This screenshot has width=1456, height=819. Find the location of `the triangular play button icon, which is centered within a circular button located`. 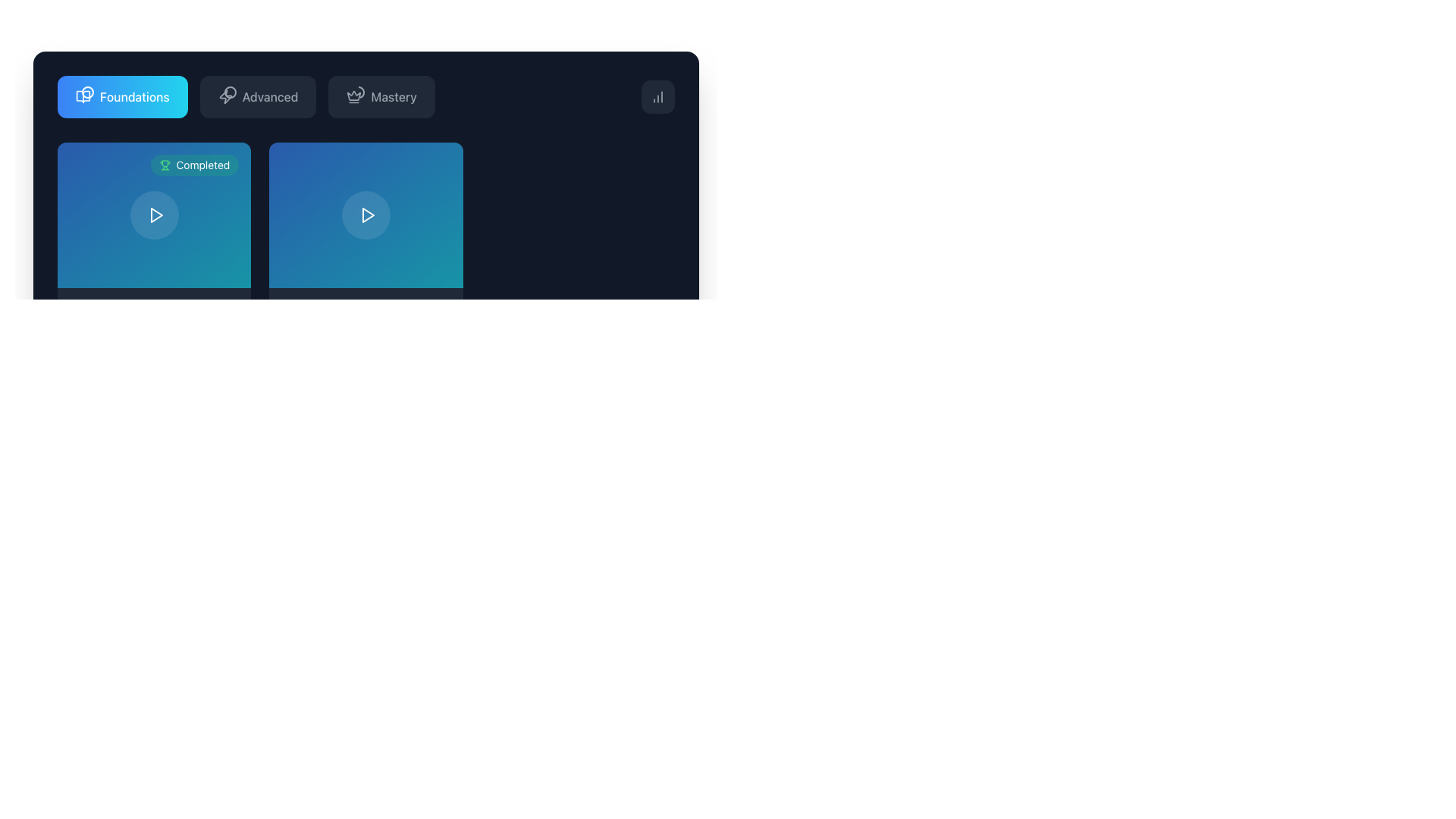

the triangular play button icon, which is centered within a circular button located is located at coordinates (367, 215).